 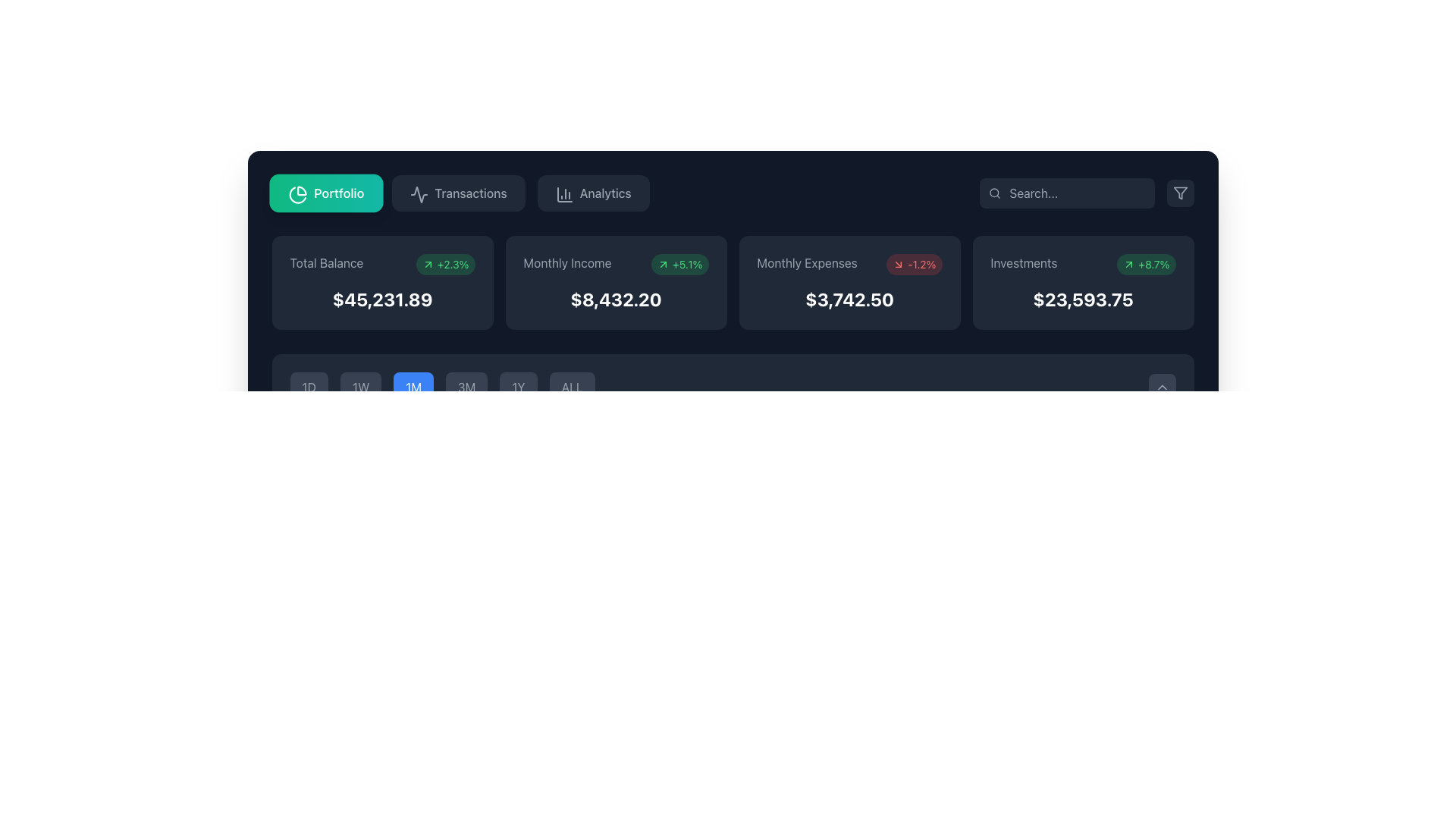 What do you see at coordinates (297, 194) in the screenshot?
I see `the Portfolio icon located in the left section of the top navigation bar` at bounding box center [297, 194].